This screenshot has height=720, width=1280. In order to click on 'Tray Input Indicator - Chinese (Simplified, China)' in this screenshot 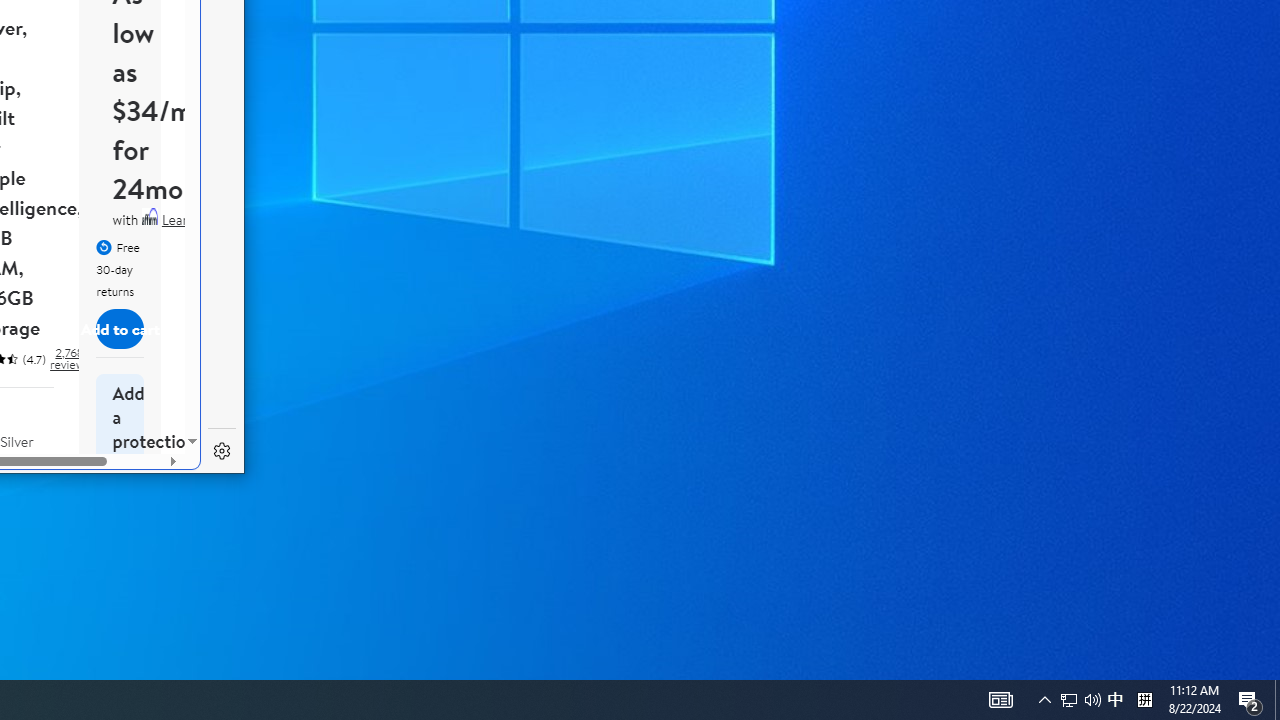, I will do `click(1144, 698)`.